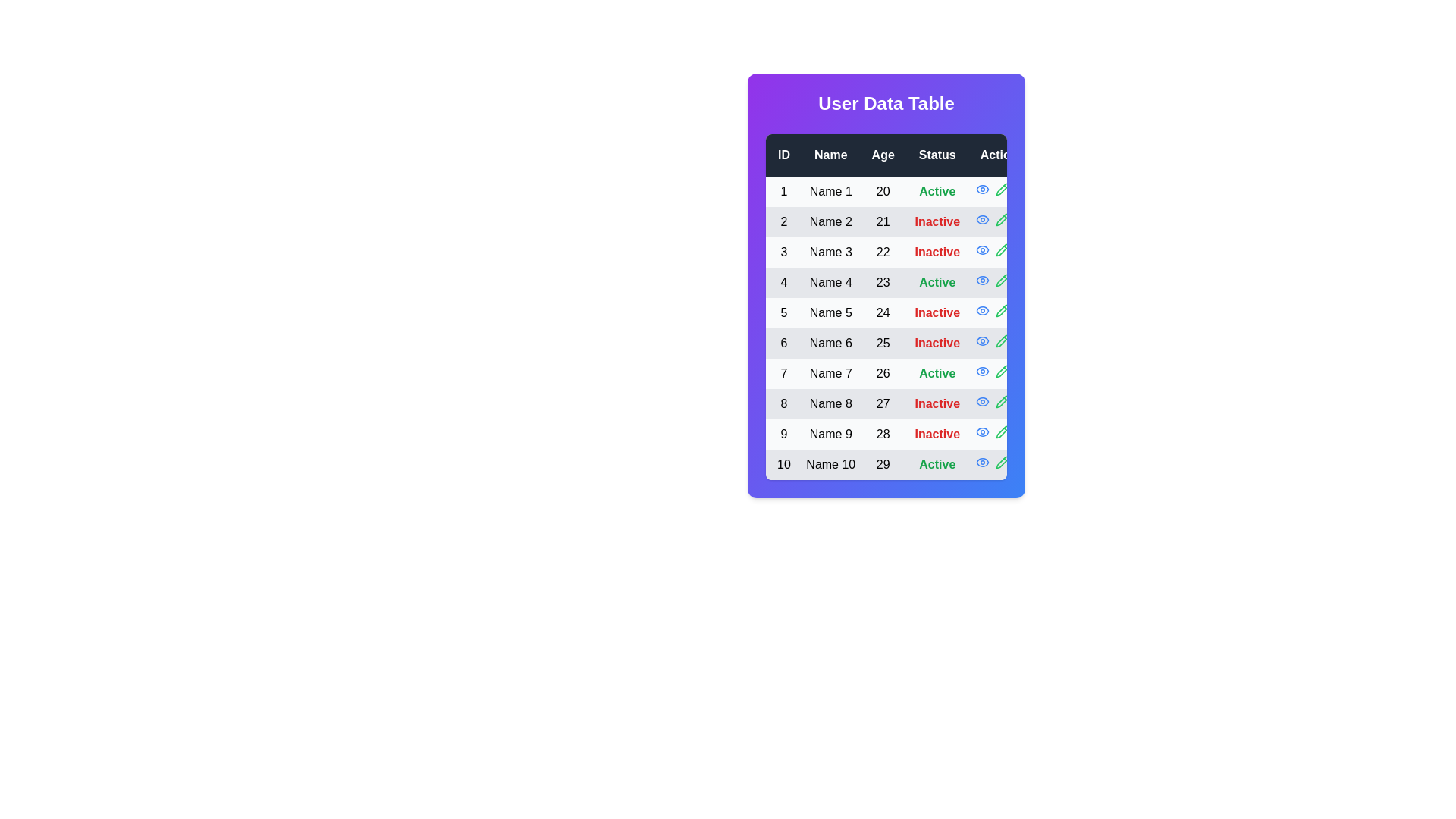  I want to click on the pencil icon in the Actions column for a specific row to observe its hover effect, so click(1002, 189).